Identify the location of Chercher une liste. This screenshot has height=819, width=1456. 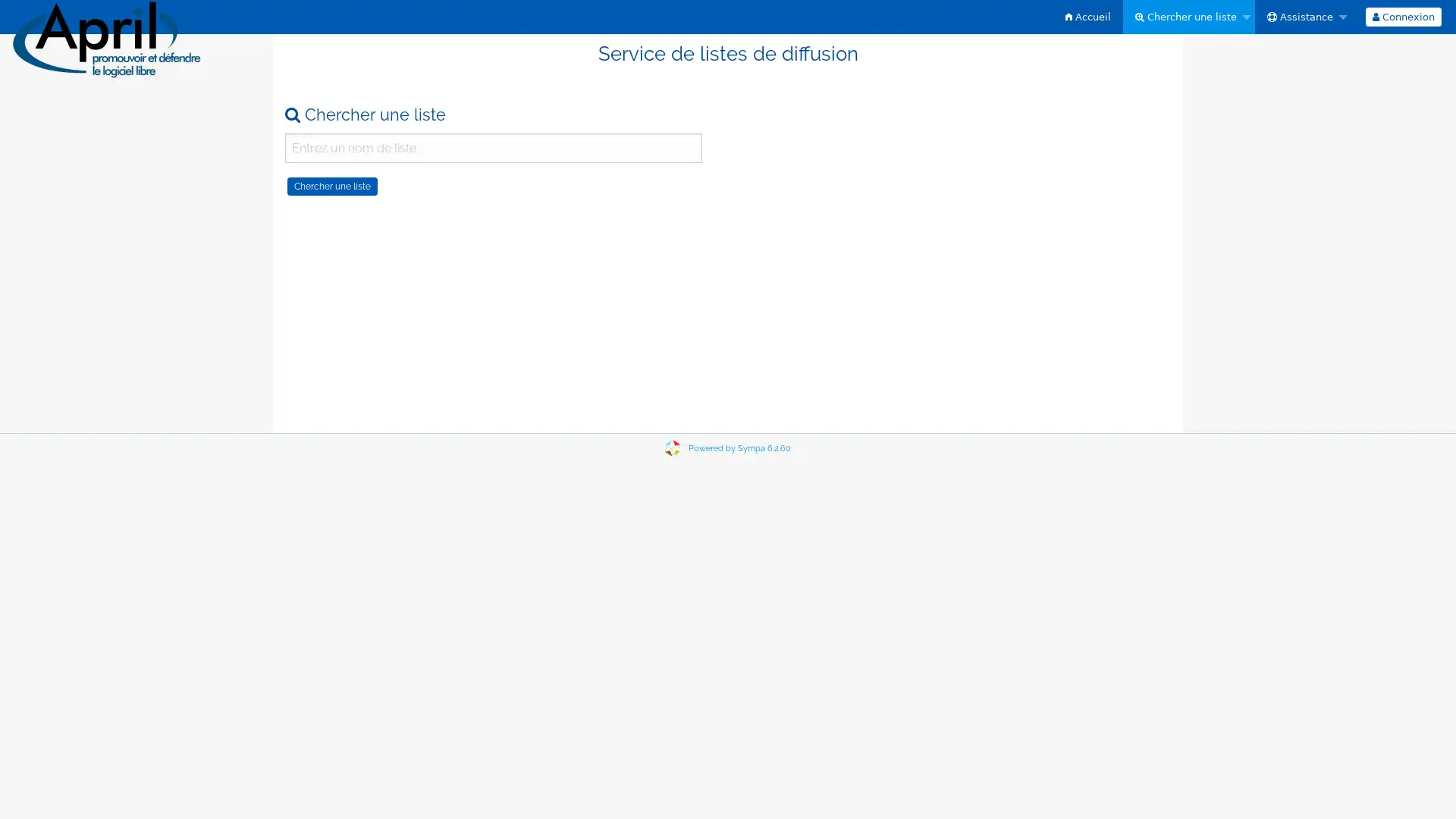
(331, 185).